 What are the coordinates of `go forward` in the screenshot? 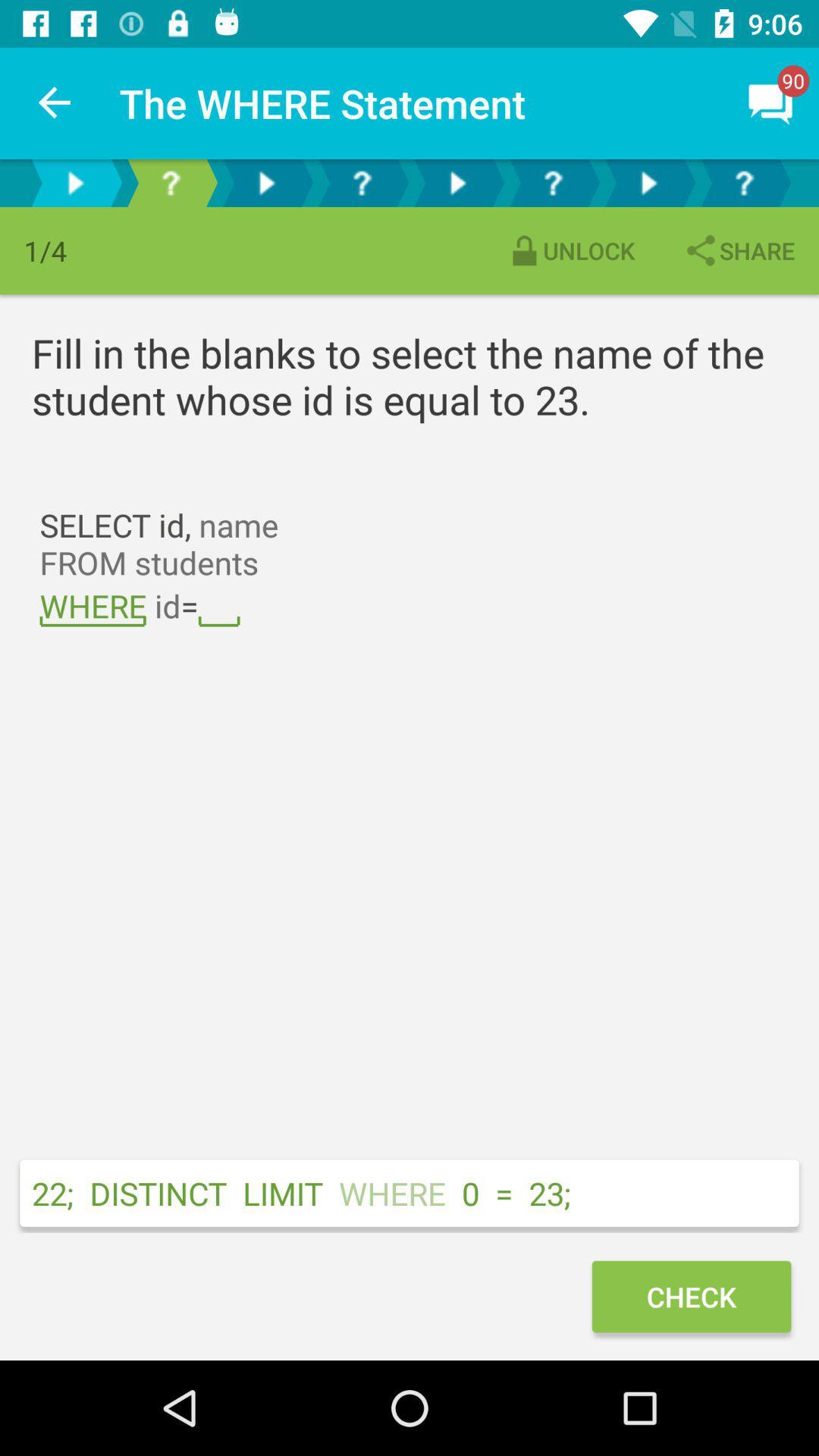 It's located at (648, 182).